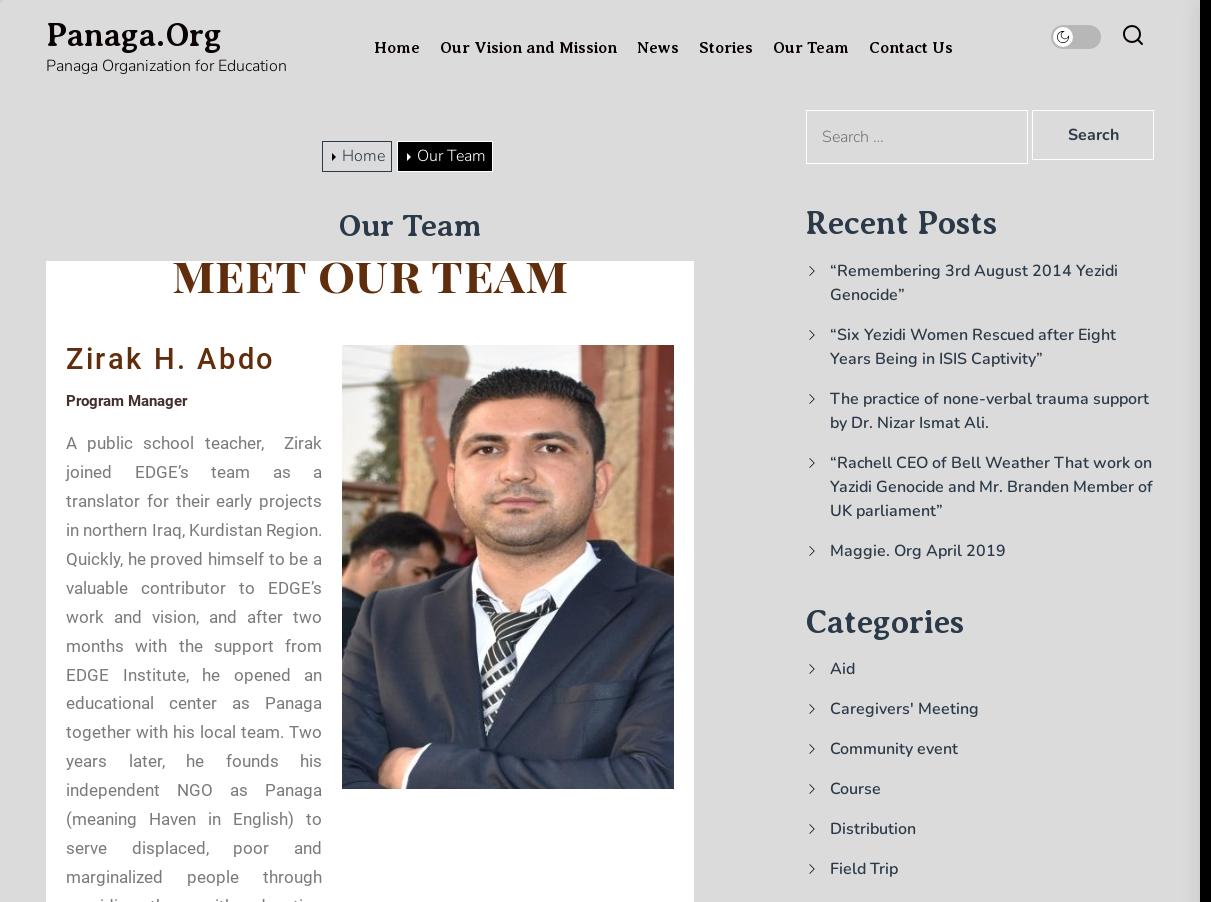  Describe the element at coordinates (830, 708) in the screenshot. I see `'Caregivers' Meeting'` at that location.